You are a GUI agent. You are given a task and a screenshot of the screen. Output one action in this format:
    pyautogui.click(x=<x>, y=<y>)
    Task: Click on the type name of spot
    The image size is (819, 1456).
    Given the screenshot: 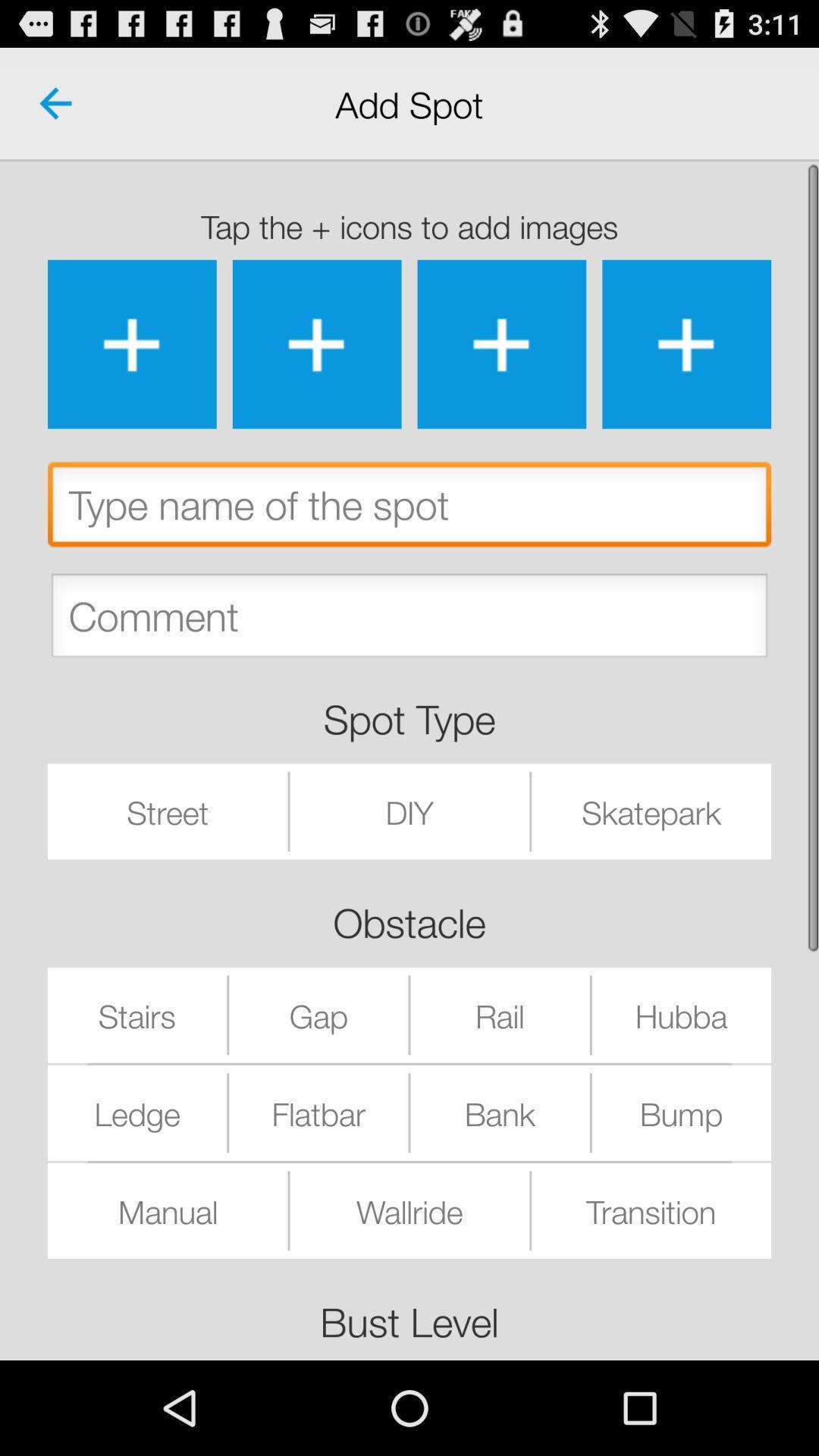 What is the action you would take?
    pyautogui.click(x=409, y=508)
    